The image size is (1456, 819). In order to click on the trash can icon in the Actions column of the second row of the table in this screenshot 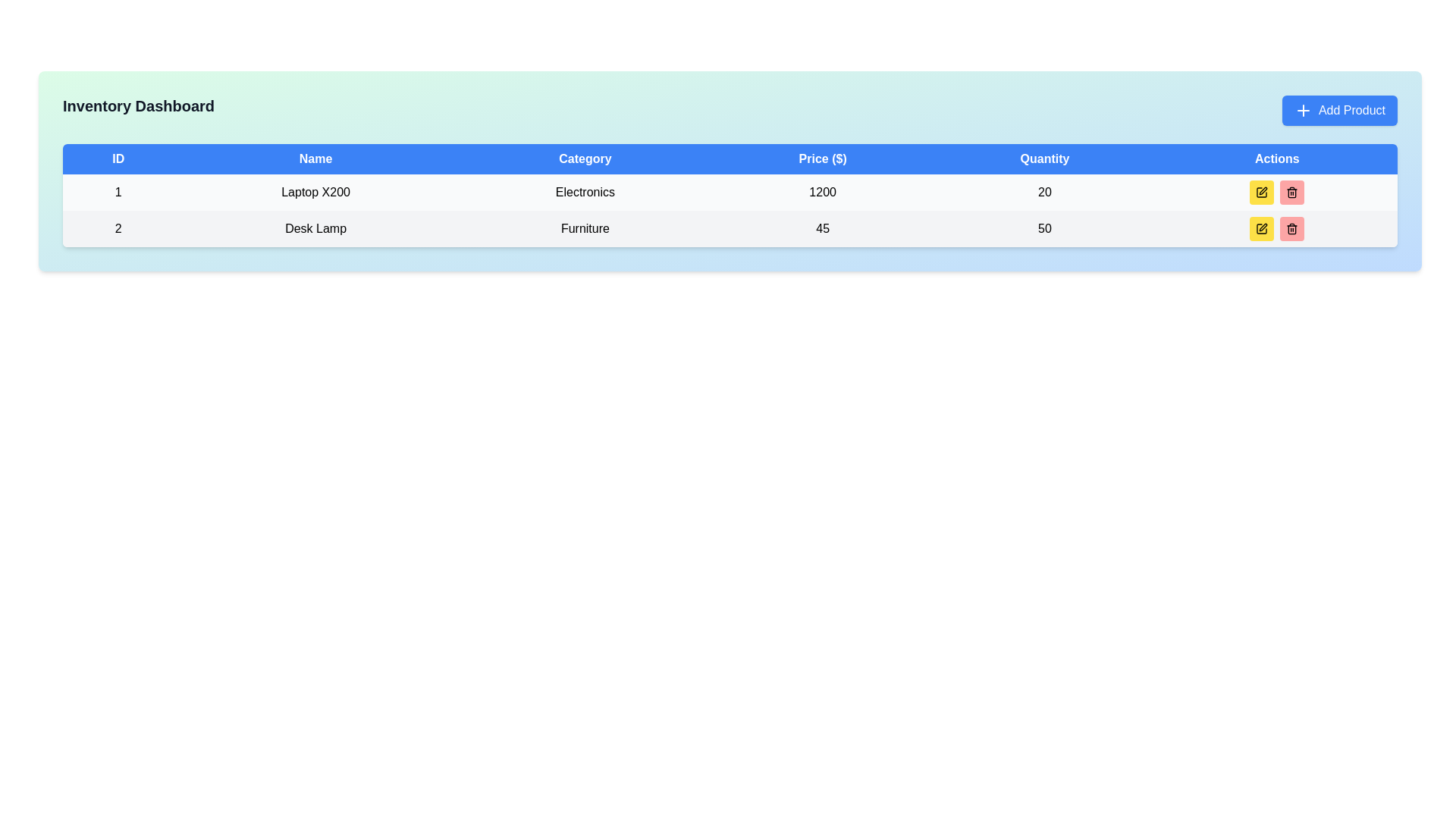, I will do `click(1291, 228)`.